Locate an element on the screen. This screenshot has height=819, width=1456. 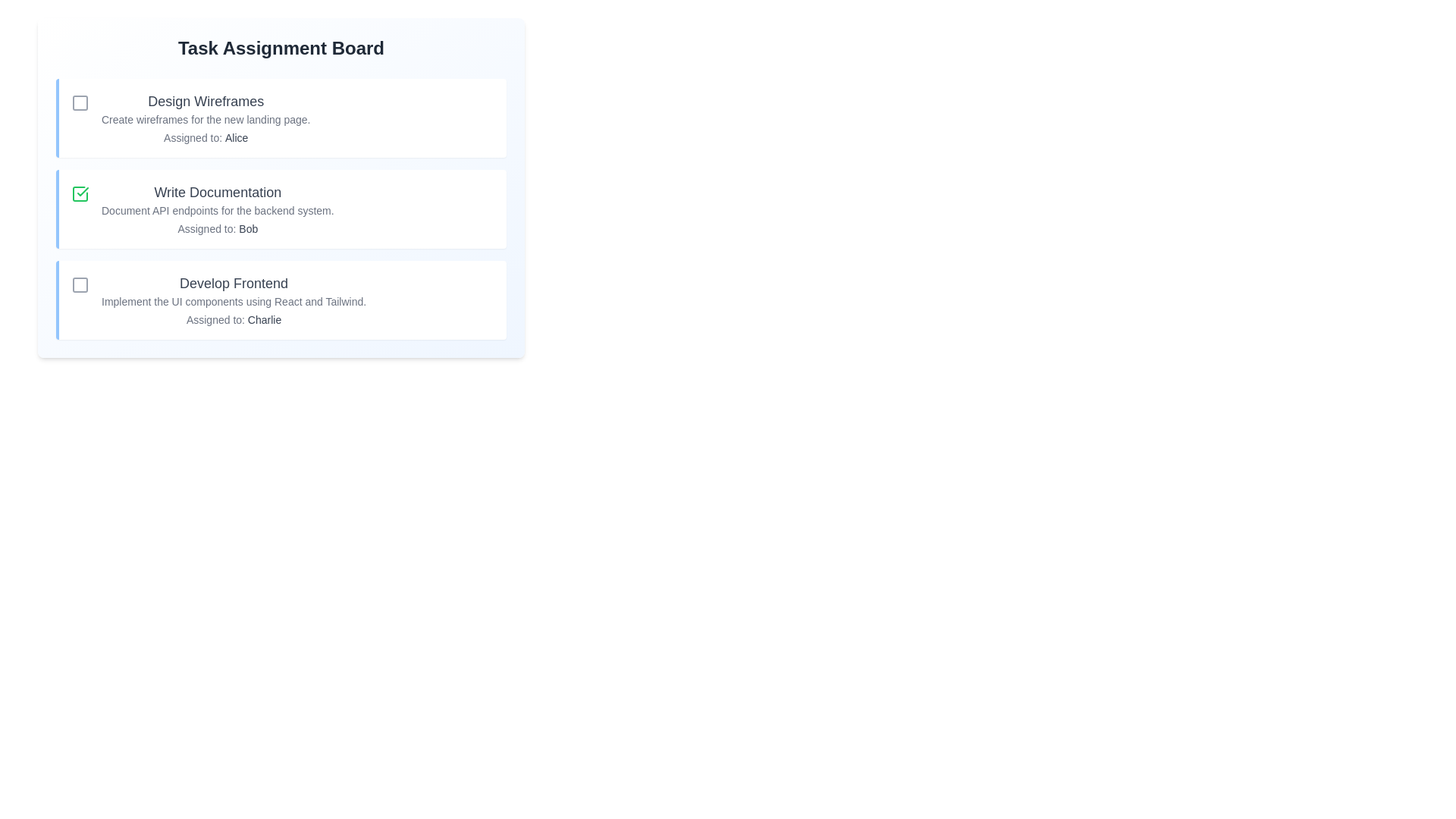
the 'Design Wireframes' text label, which is displayed in a large gray font and serves as the task title in the task management board is located at coordinates (205, 102).